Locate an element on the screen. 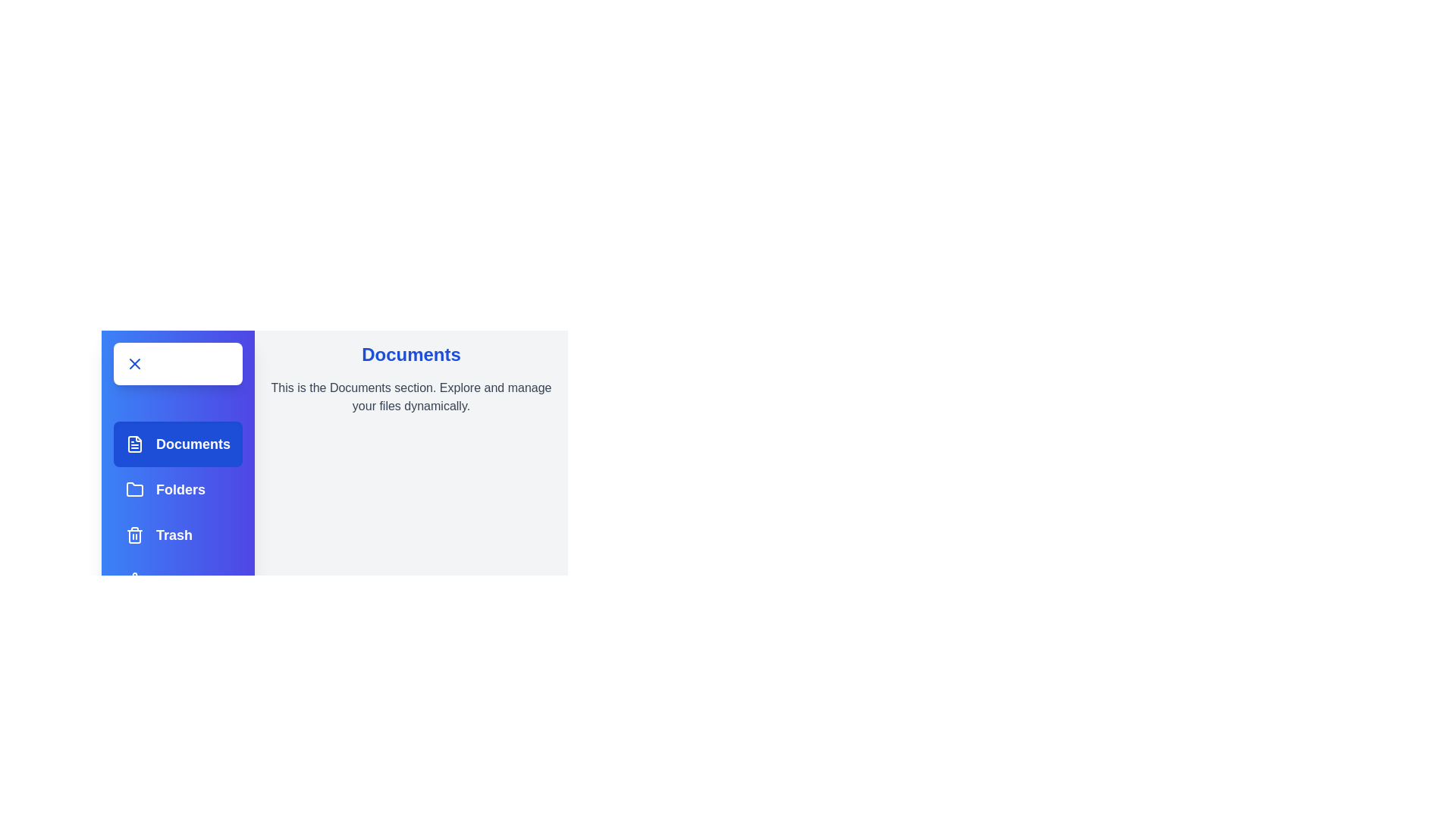 The height and width of the screenshot is (819, 1456). the section Folders in the drawer is located at coordinates (178, 489).